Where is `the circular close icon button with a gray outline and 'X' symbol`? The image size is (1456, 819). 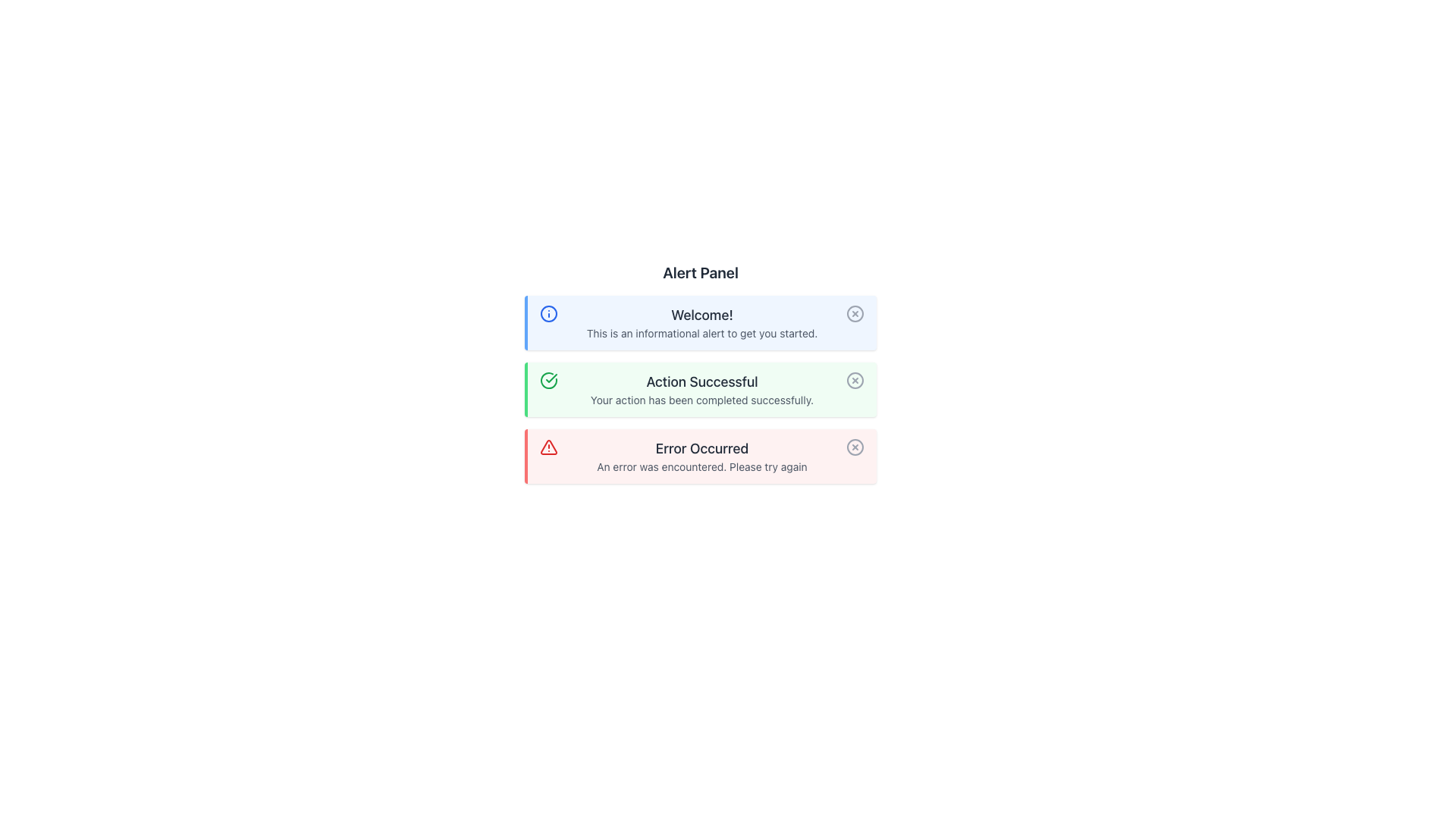
the circular close icon button with a gray outline and 'X' symbol is located at coordinates (855, 447).